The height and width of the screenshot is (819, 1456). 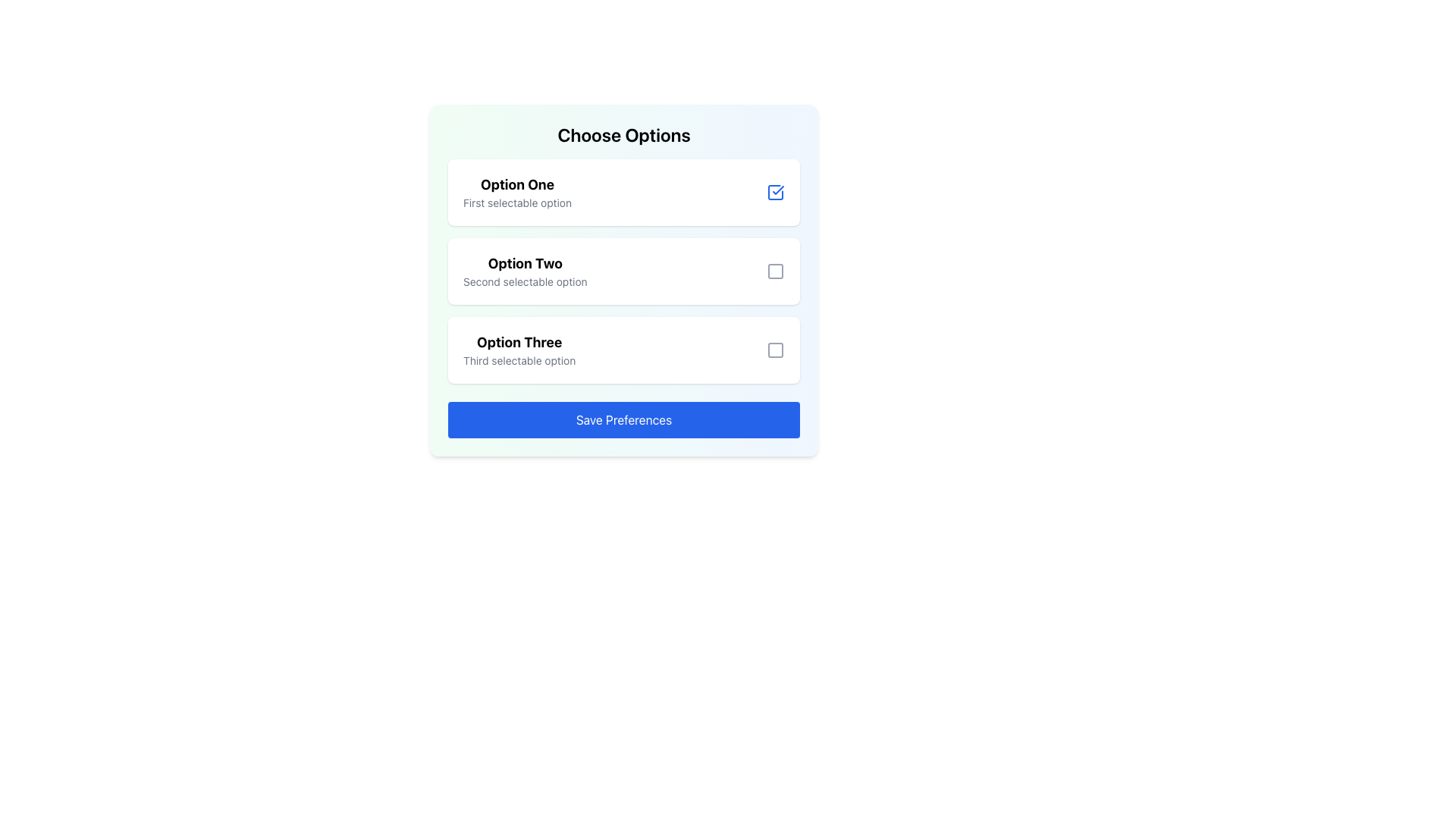 I want to click on text label element that displays 'Option Three' in bold and 'Third selectable option' in smaller gray font, positioned between 'Option Two' and the 'Save Preferences' button, so click(x=519, y=350).